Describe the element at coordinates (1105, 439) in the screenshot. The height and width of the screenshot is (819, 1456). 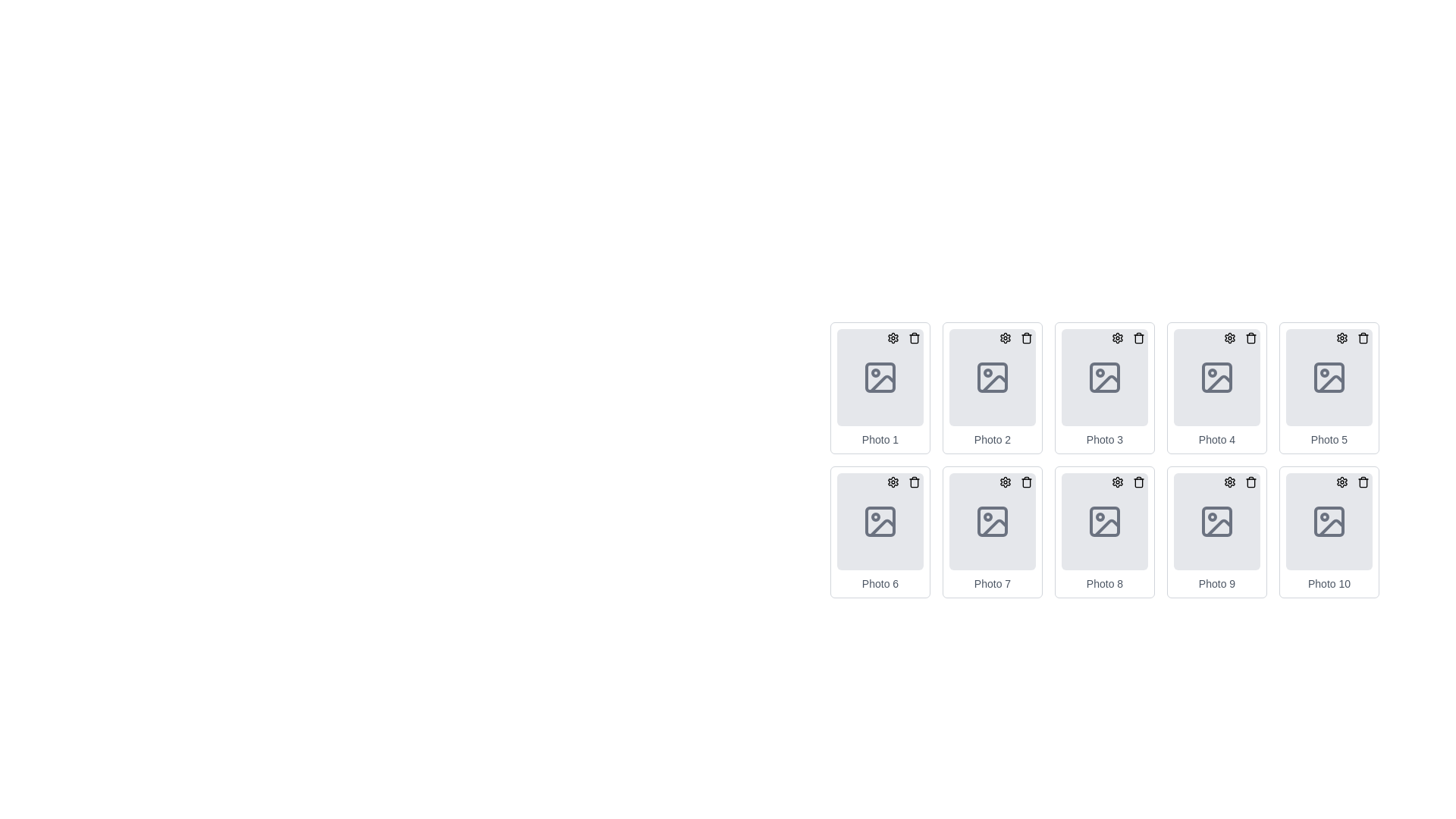
I see `the text label displaying 'Photo 3', which is styled with a small font size and gray color, located beneath a photo placeholder icon in the third position of a horizontal list of photo elements` at that location.